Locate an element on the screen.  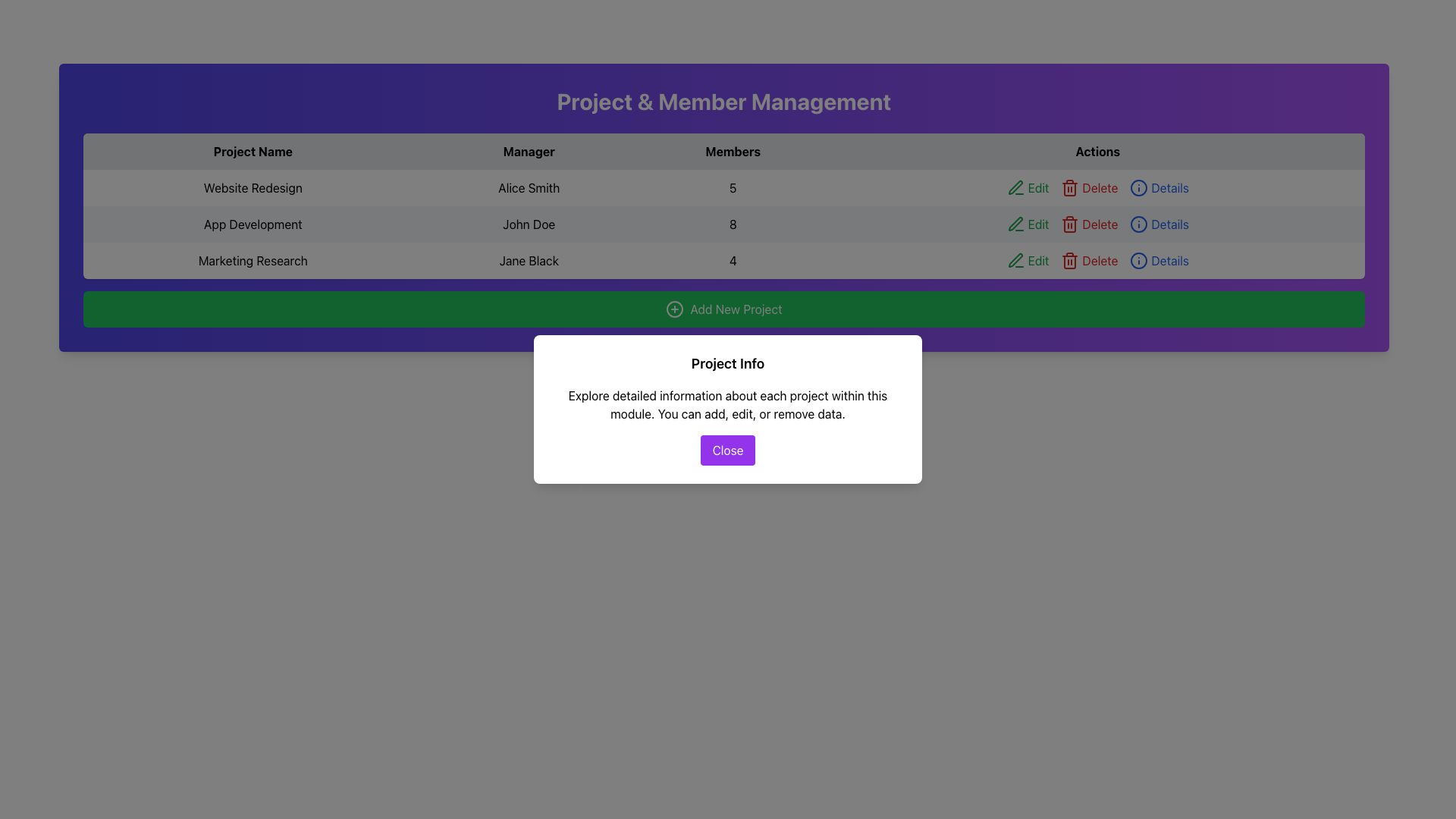
the prominent red 'Delete' button with a trash bin icon to initiate a delete action is located at coordinates (1088, 259).